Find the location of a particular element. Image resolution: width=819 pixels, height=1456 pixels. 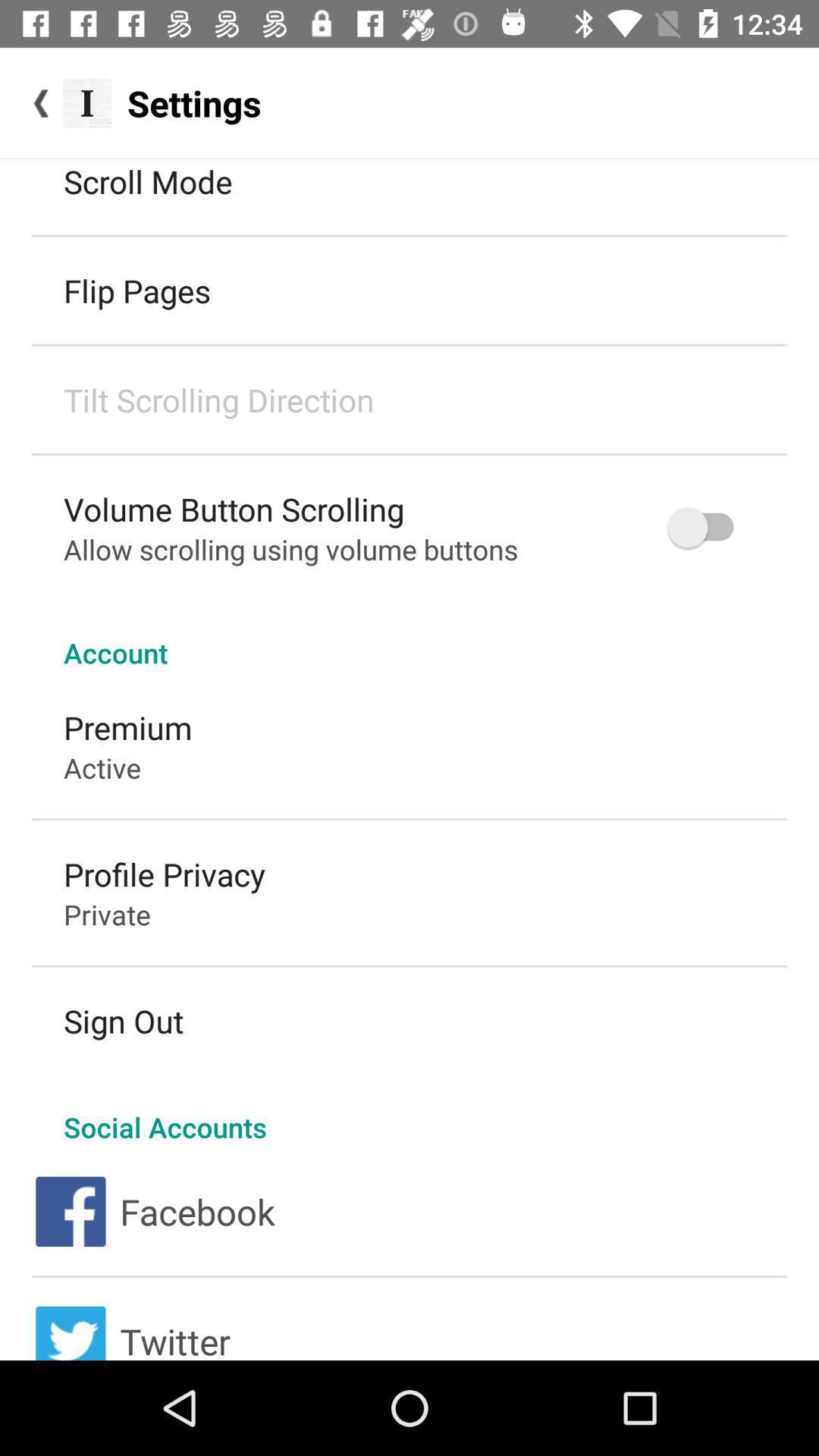

icon above volume button scrolling is located at coordinates (218, 400).